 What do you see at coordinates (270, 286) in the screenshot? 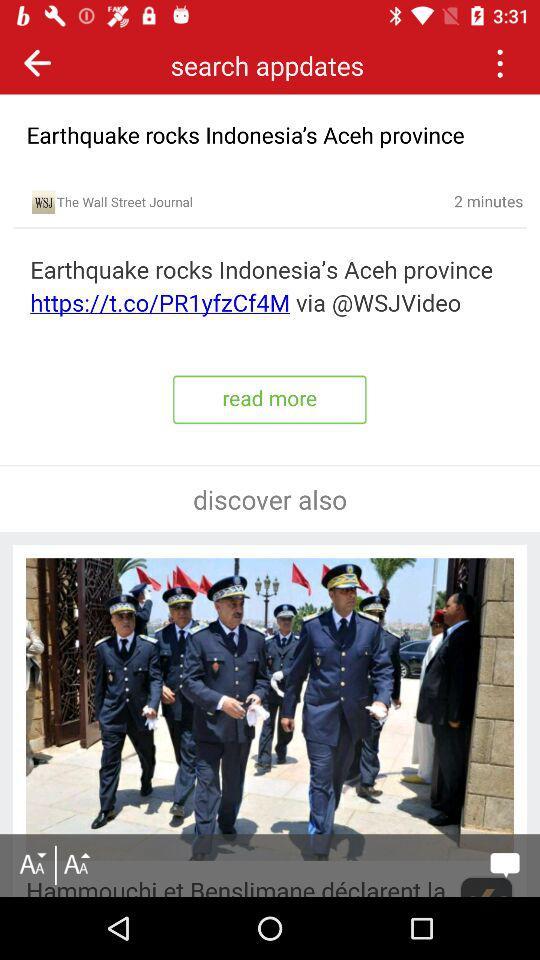
I see `website address link` at bounding box center [270, 286].